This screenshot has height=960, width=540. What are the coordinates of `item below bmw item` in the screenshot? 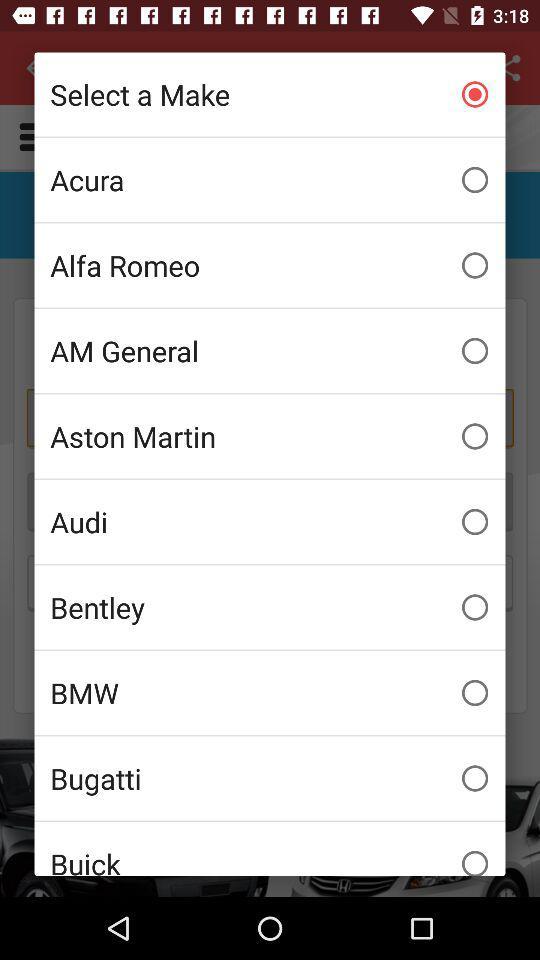 It's located at (270, 777).